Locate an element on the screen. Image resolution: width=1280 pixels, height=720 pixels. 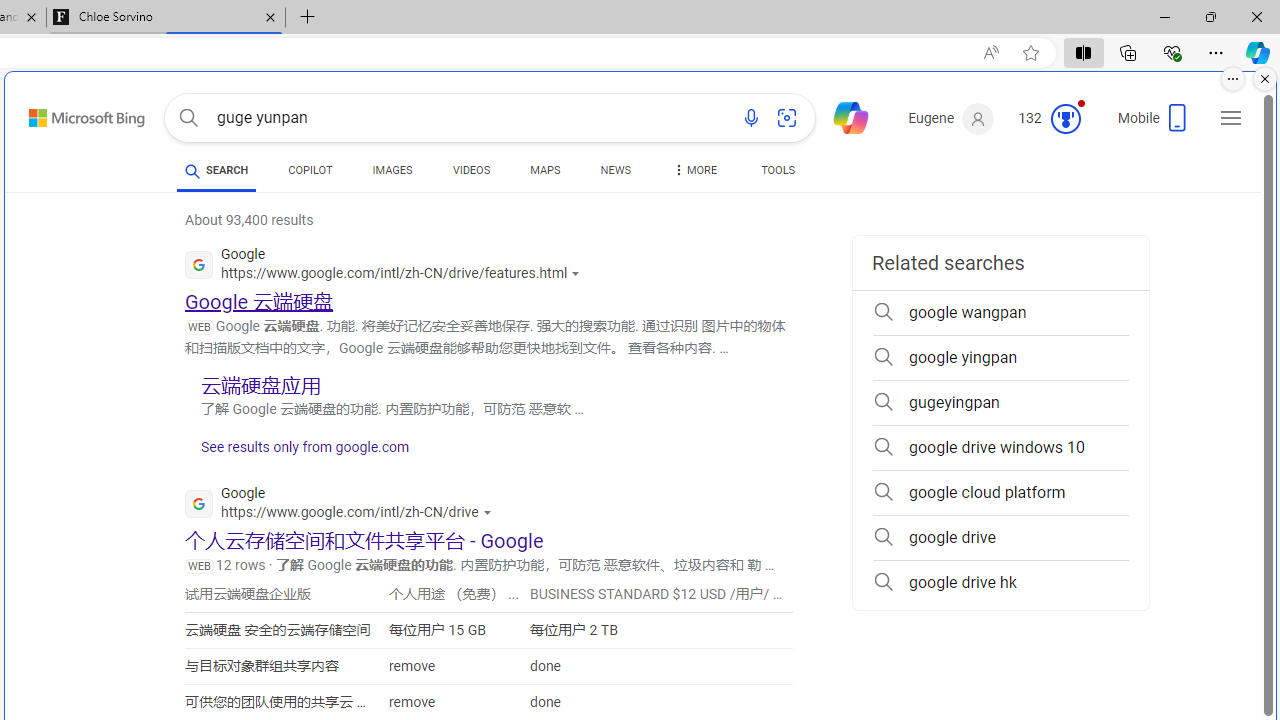
'VIDEOS' is located at coordinates (470, 172).